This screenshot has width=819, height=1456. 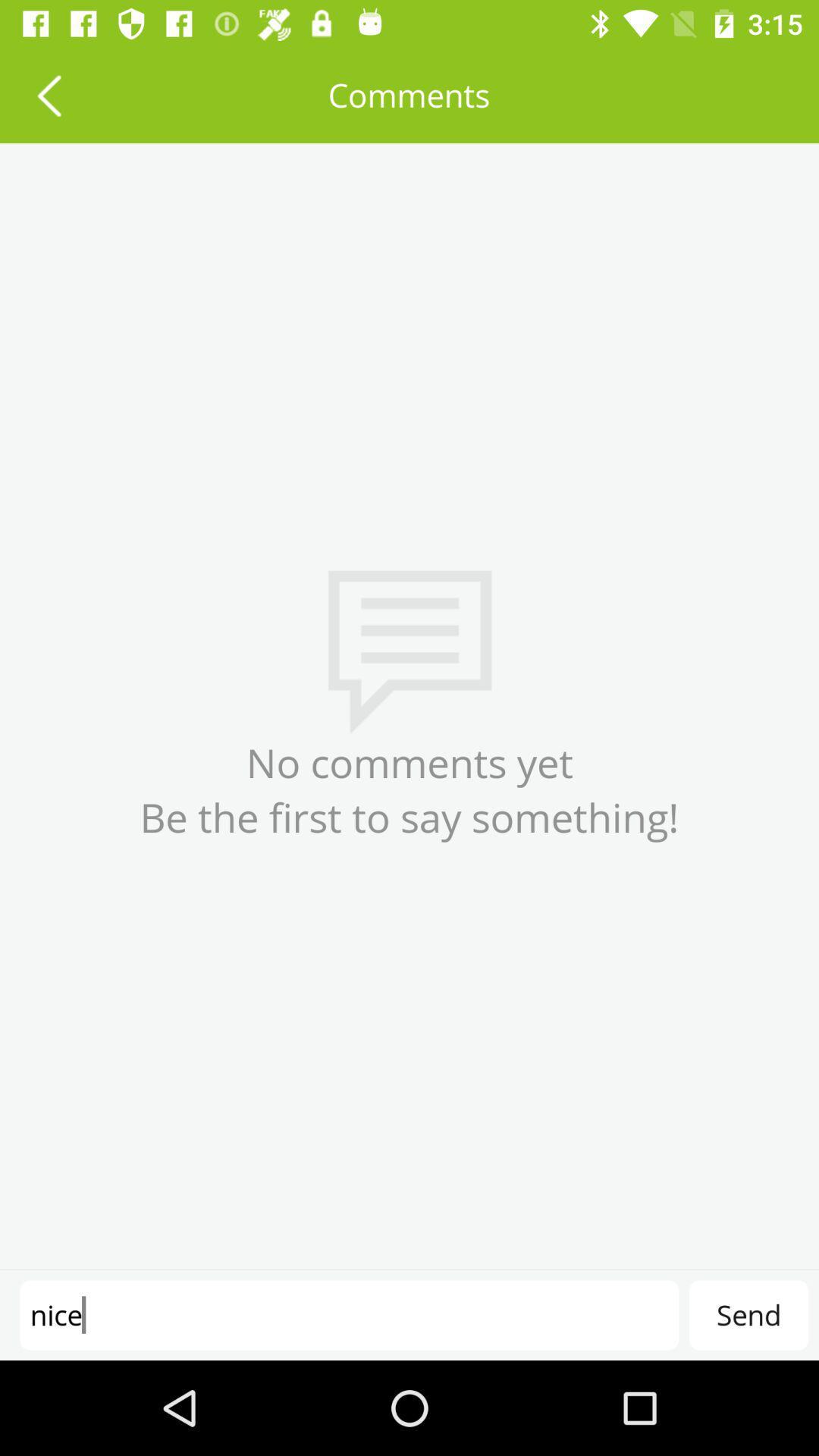 I want to click on the item to the left of comments item, so click(x=48, y=94).